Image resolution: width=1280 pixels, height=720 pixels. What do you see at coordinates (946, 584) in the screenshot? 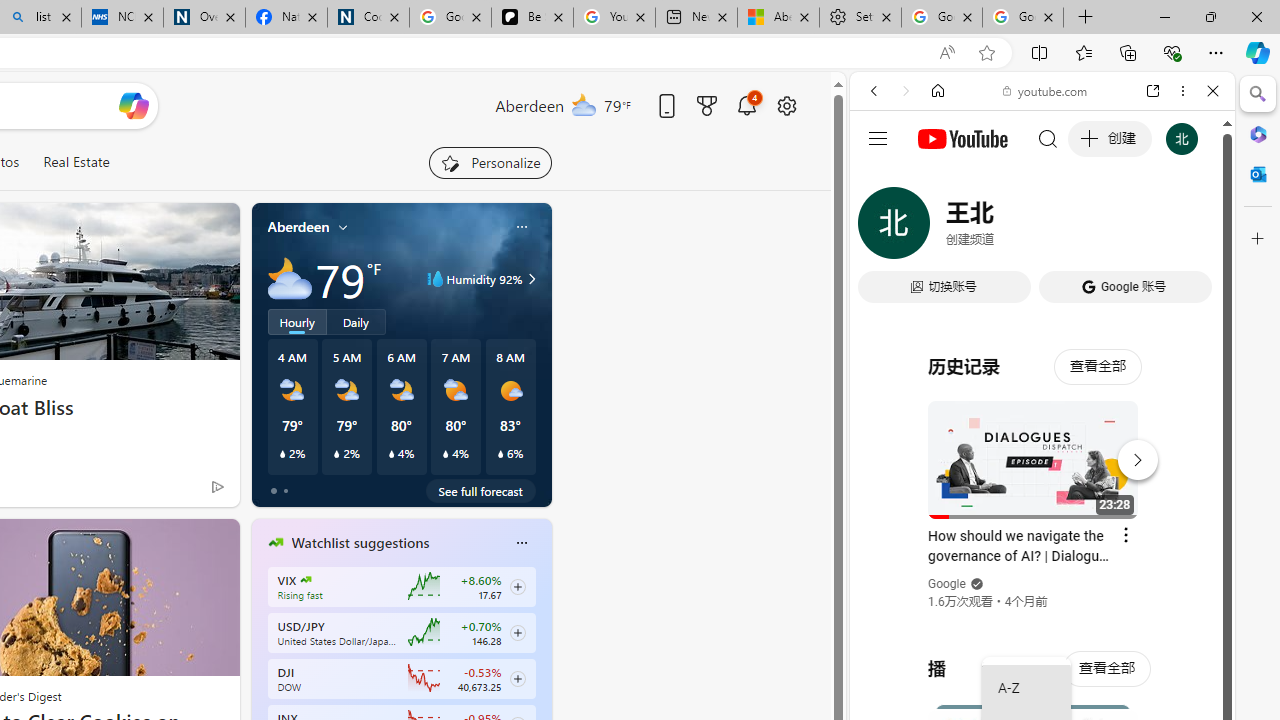
I see `'Google'` at bounding box center [946, 584].